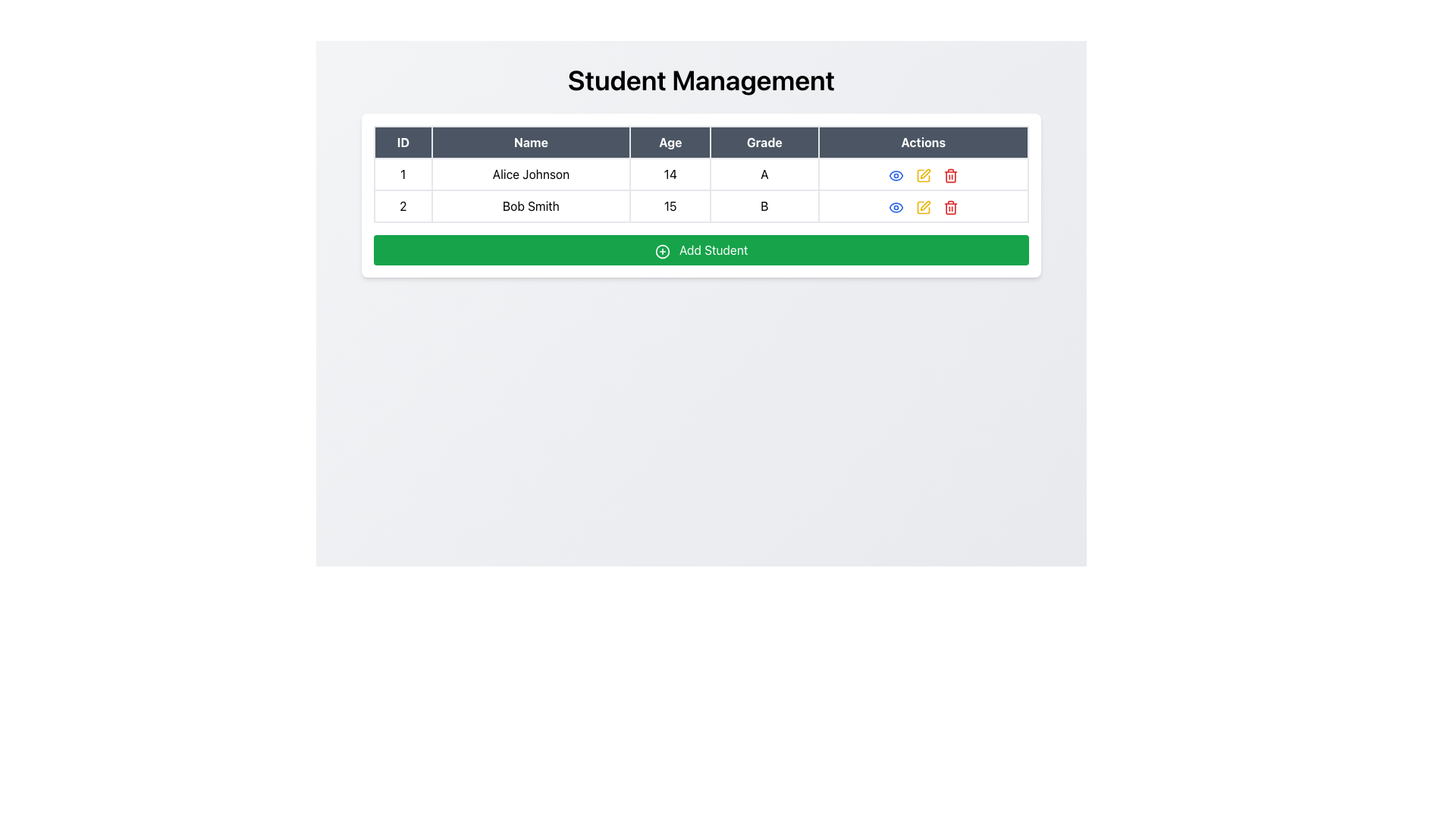  I want to click on the table cell containing the grade 'A' for the student 'Alice Johnson', which is the fourth cell in the first row under the 'Grade' column, so click(764, 174).